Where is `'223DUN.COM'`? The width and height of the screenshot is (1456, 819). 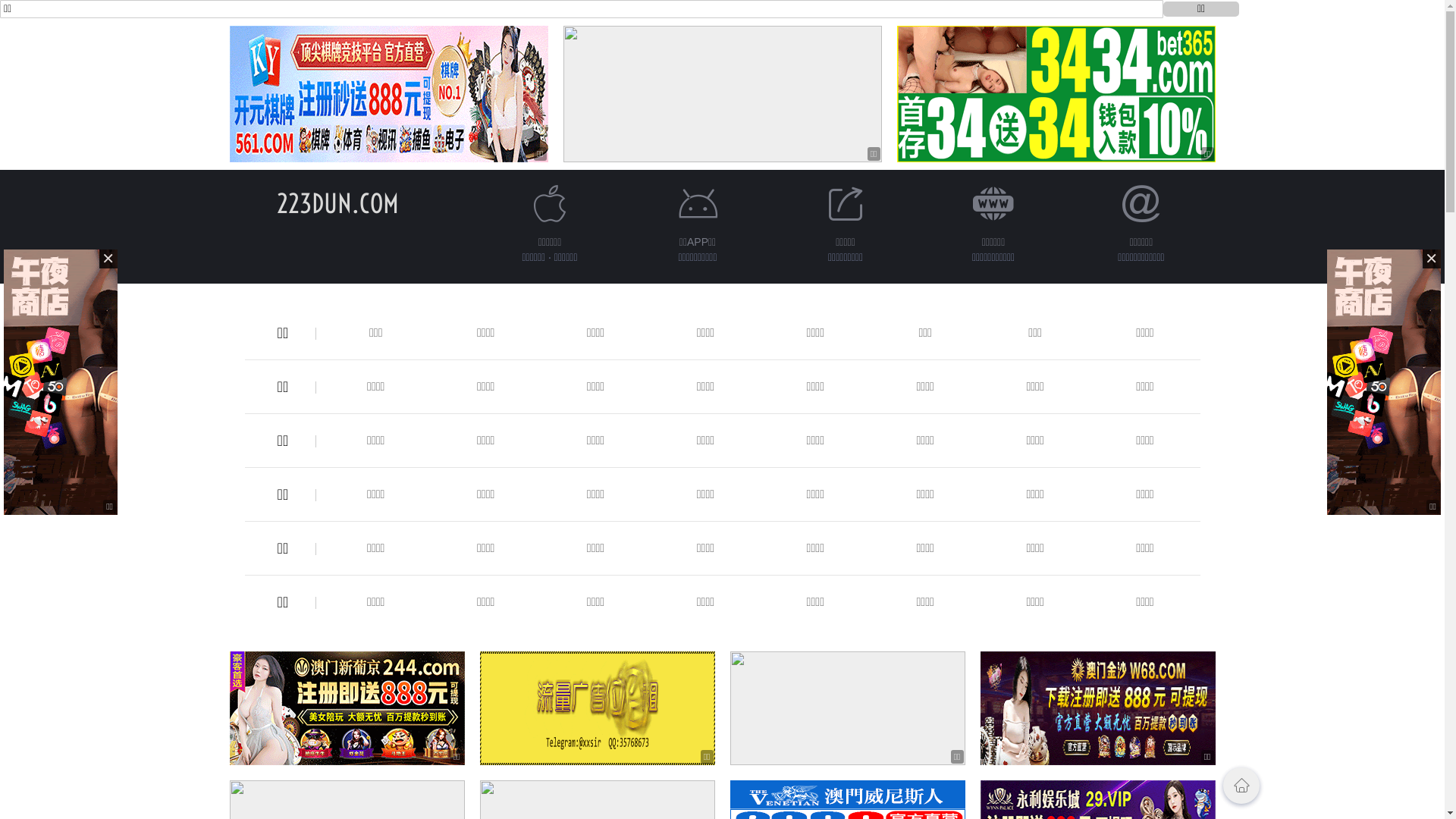 '223DUN.COM' is located at coordinates (276, 202).